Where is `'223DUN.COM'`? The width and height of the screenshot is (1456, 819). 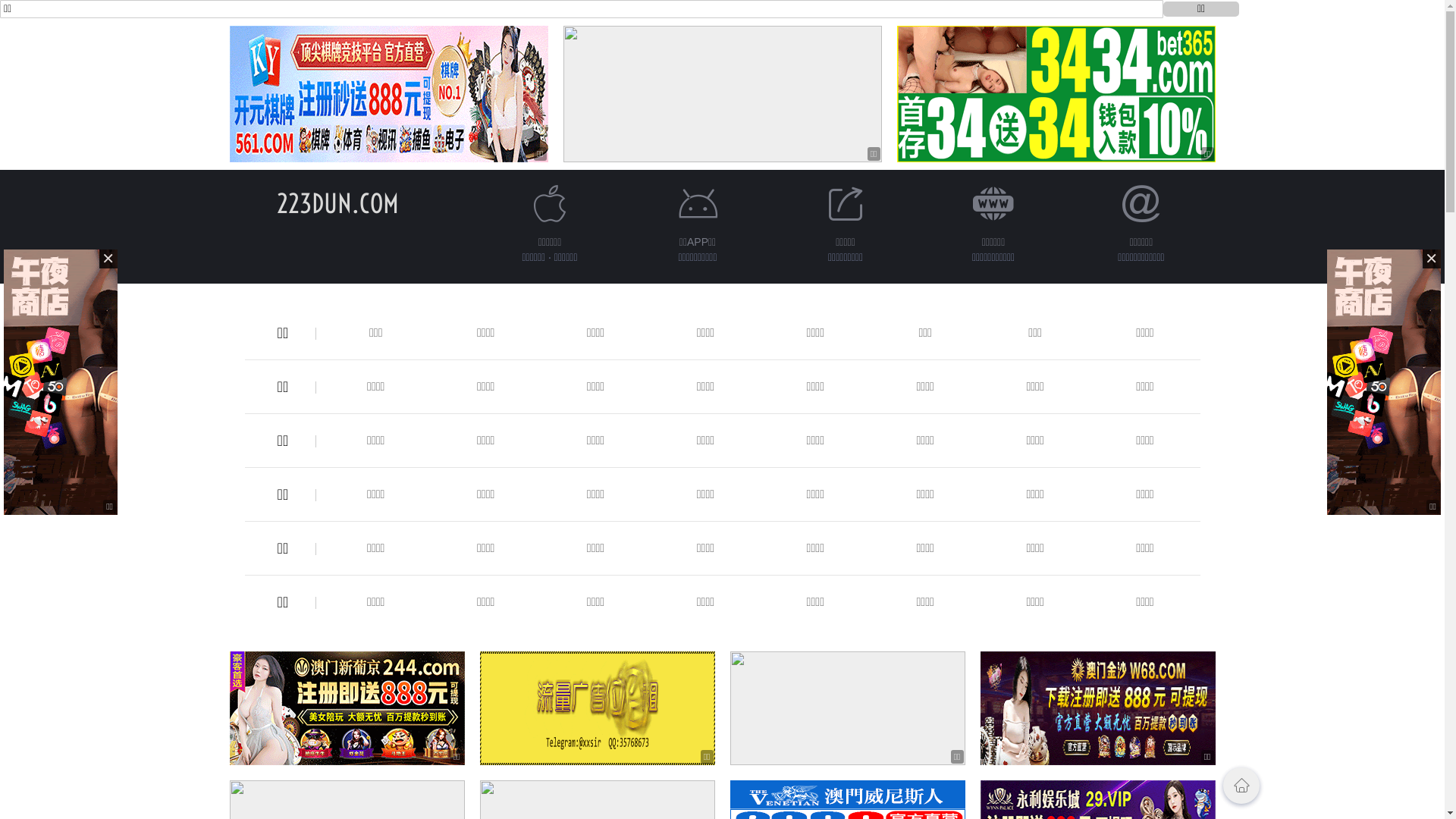 '223DUN.COM' is located at coordinates (276, 202).